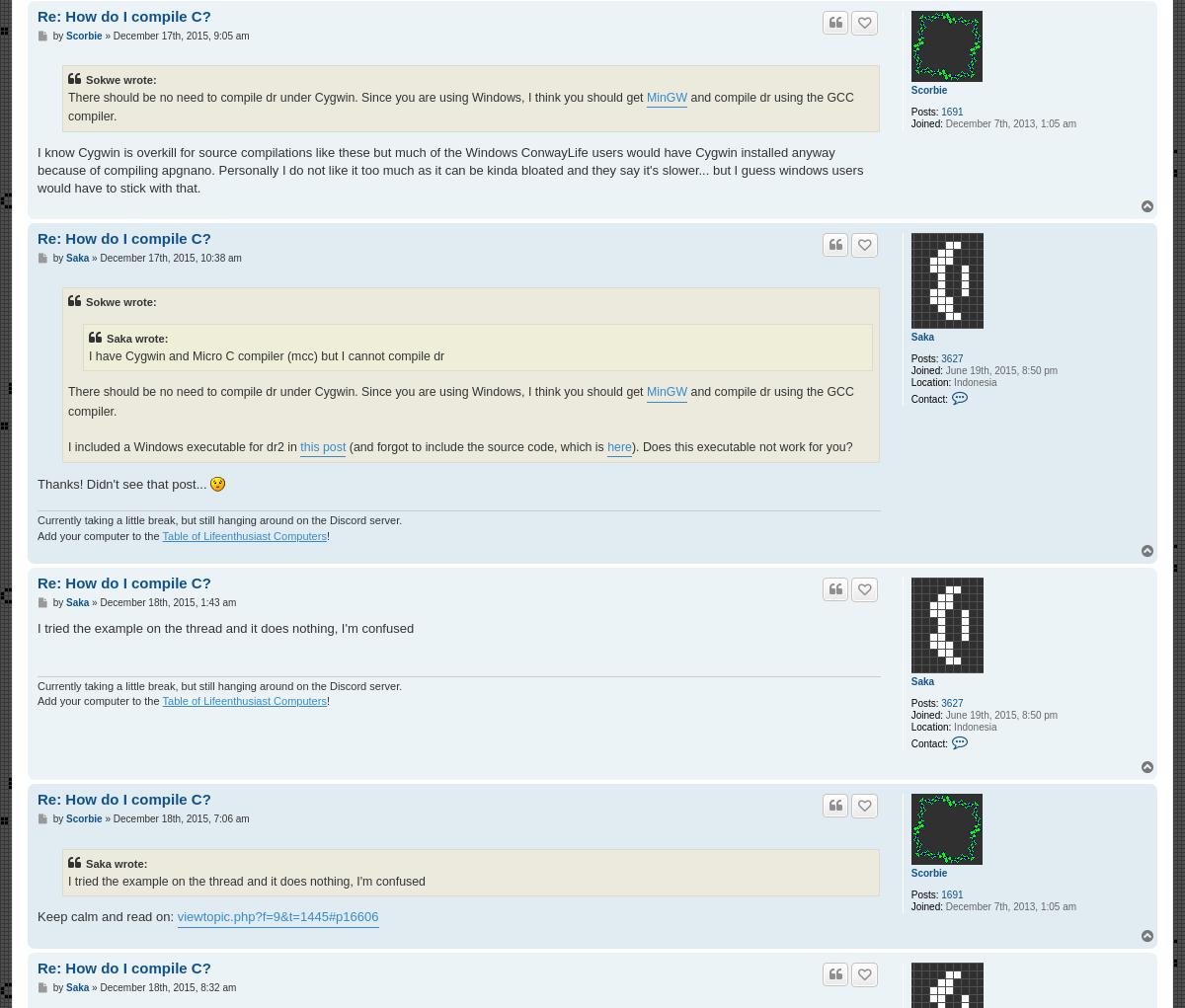 The image size is (1185, 1008). Describe the element at coordinates (68, 445) in the screenshot. I see `'I included a Windows executable for dr2 in'` at that location.